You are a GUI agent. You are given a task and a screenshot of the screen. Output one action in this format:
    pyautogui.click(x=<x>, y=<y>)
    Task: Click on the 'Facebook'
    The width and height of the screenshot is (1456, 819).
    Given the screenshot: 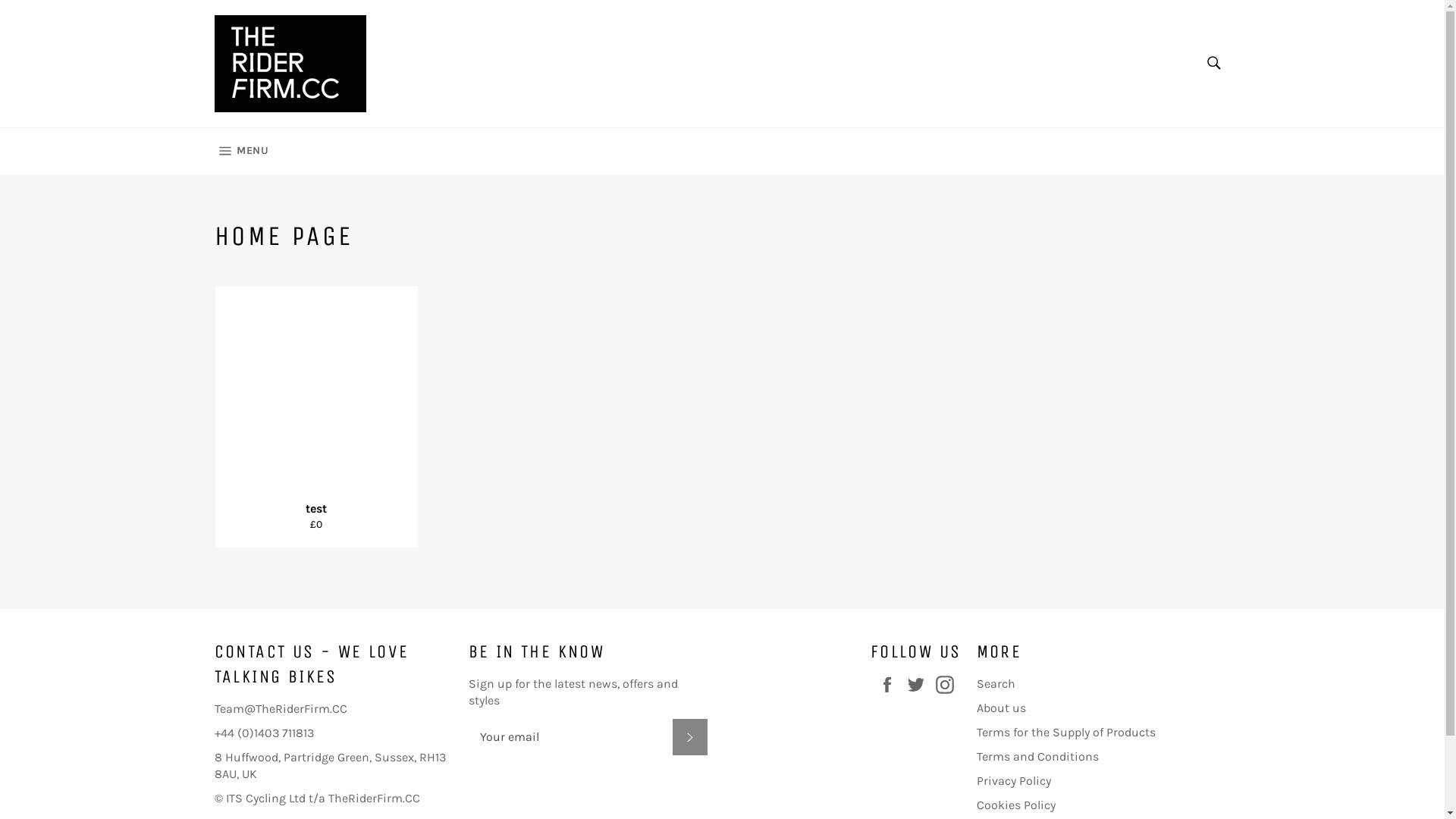 What is the action you would take?
    pyautogui.click(x=891, y=684)
    